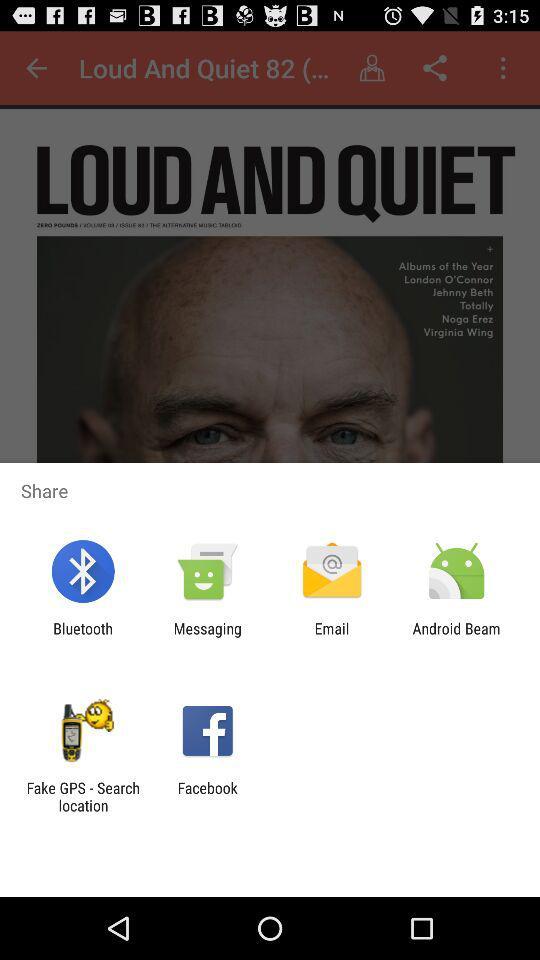  Describe the element at coordinates (206, 796) in the screenshot. I see `facebook icon` at that location.